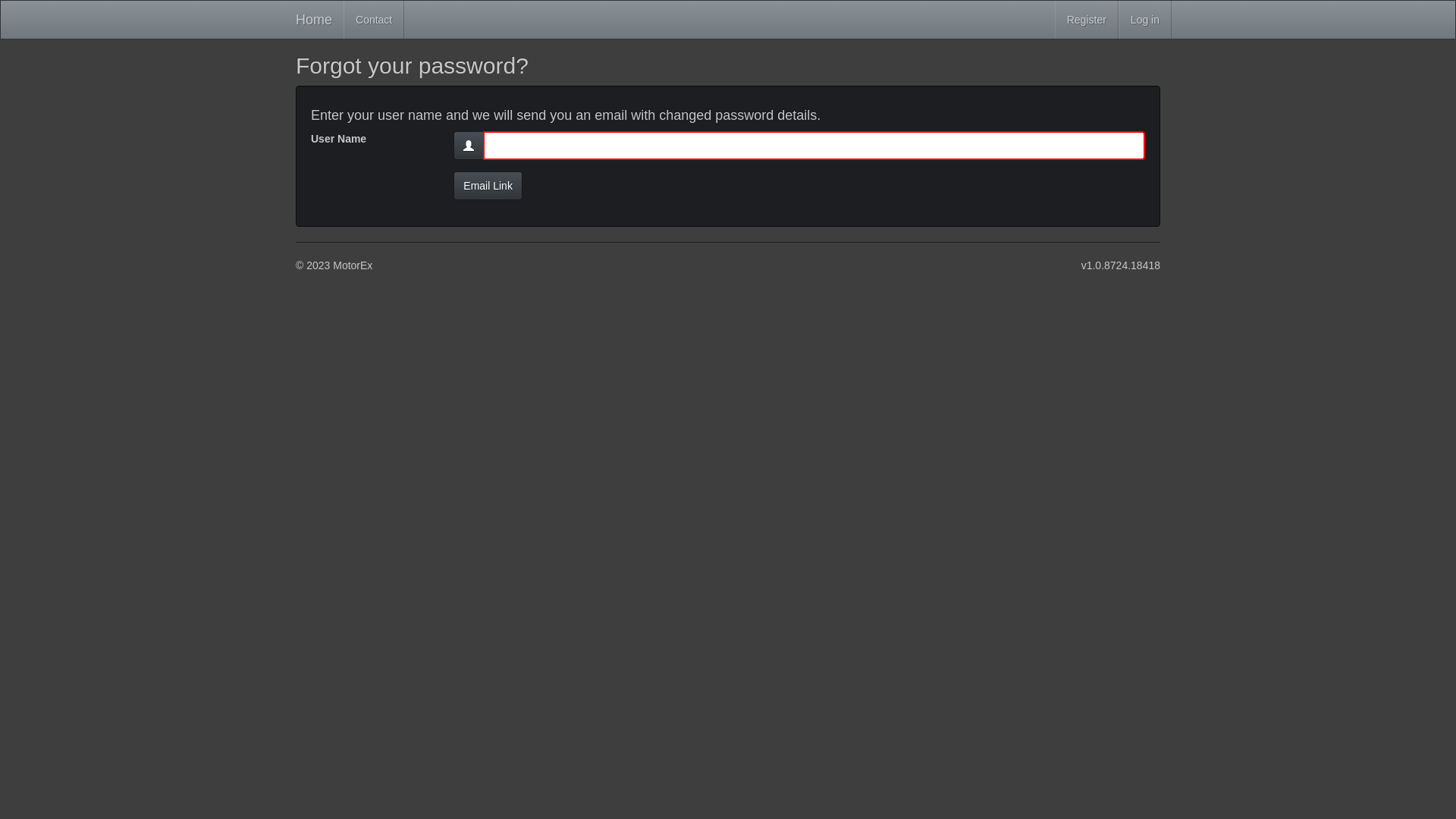 This screenshot has height=819, width=1456. What do you see at coordinates (312, 20) in the screenshot?
I see `'Home'` at bounding box center [312, 20].